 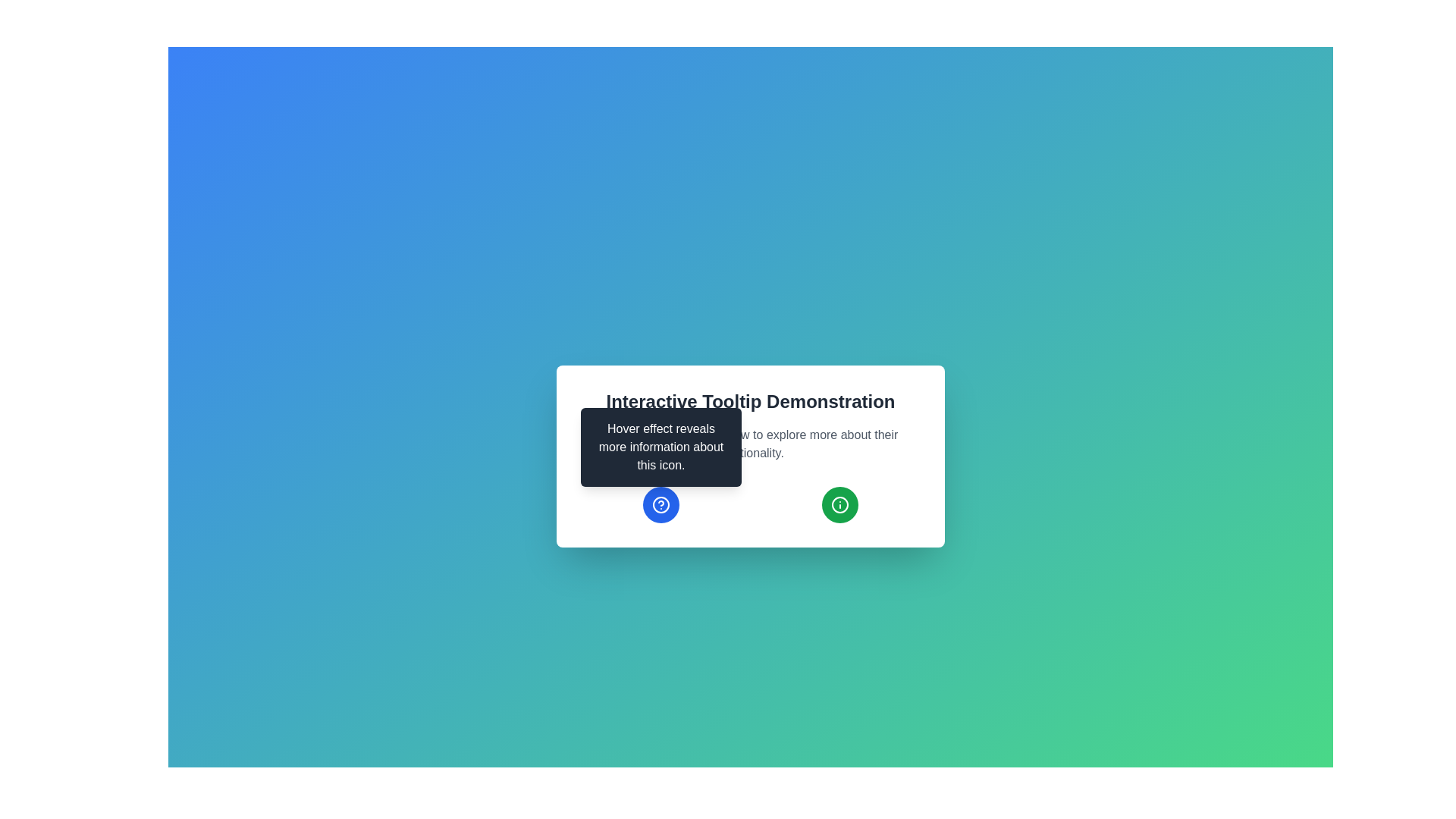 What do you see at coordinates (839, 505) in the screenshot?
I see `the circular green button with a white border and an information icon, which is the second button in the grid layout on the right side of the modal interface` at bounding box center [839, 505].